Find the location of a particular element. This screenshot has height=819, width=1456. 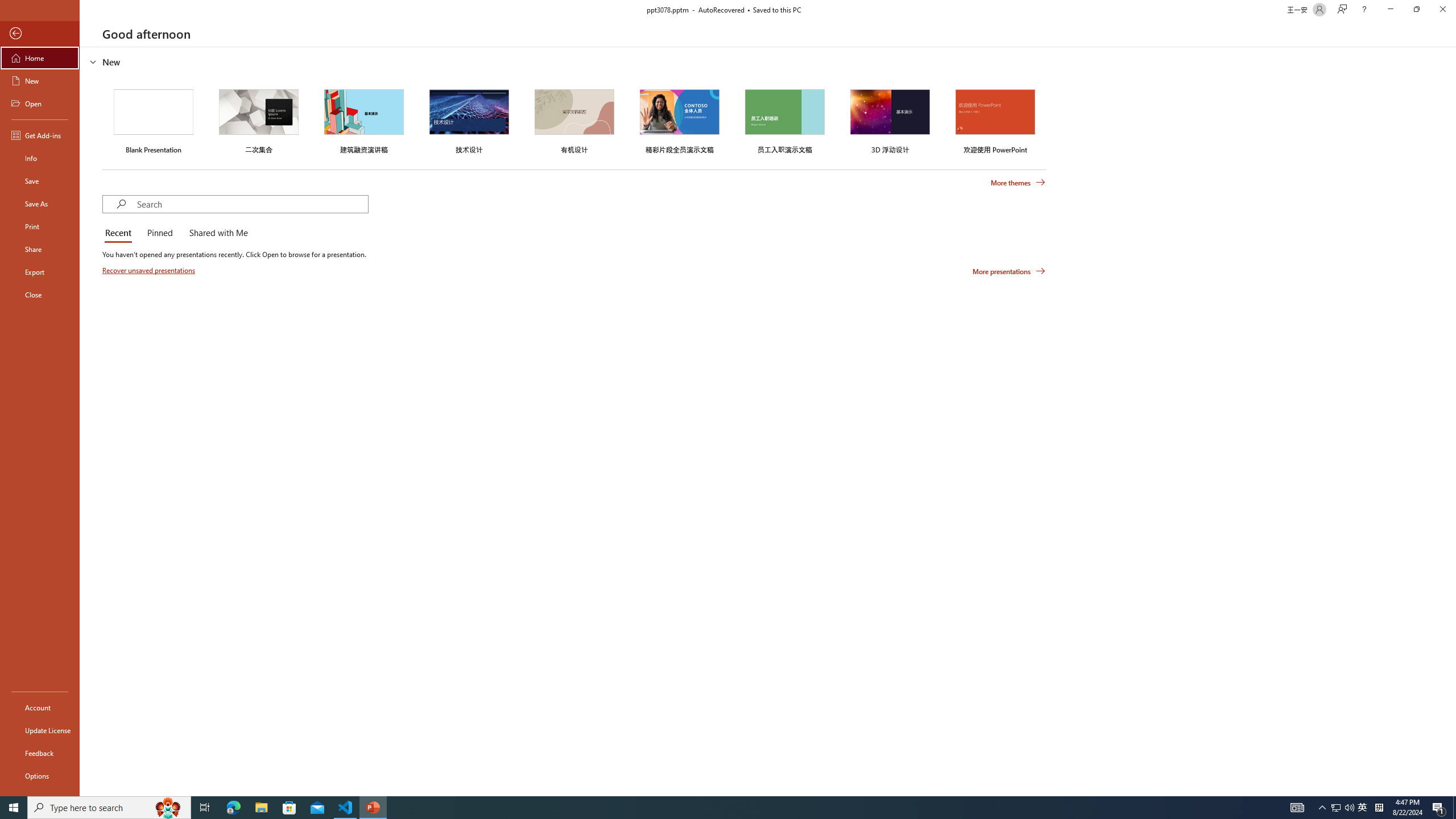

'Update License' is located at coordinates (39, 730).